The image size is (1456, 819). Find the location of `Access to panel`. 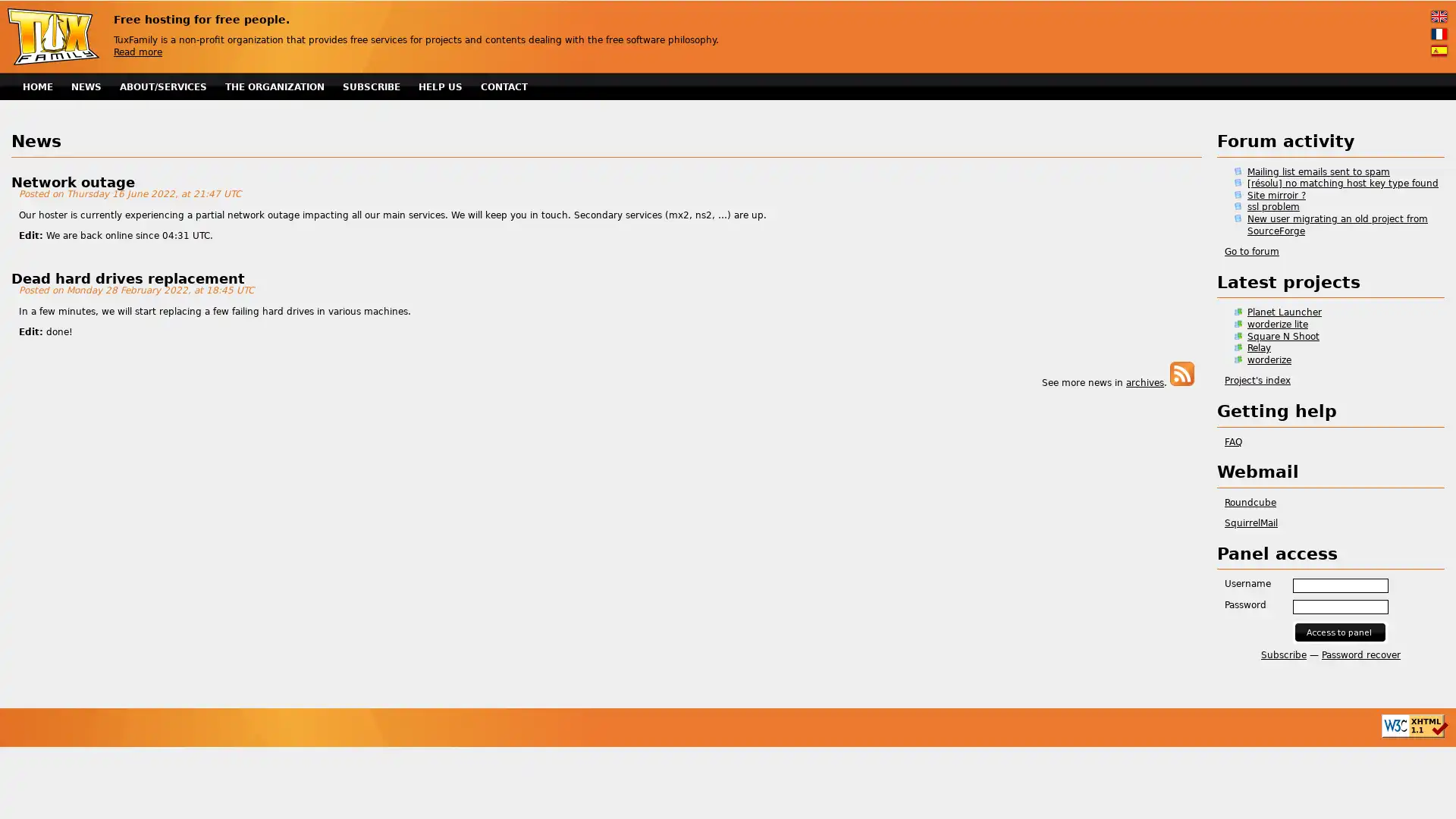

Access to panel is located at coordinates (1340, 632).